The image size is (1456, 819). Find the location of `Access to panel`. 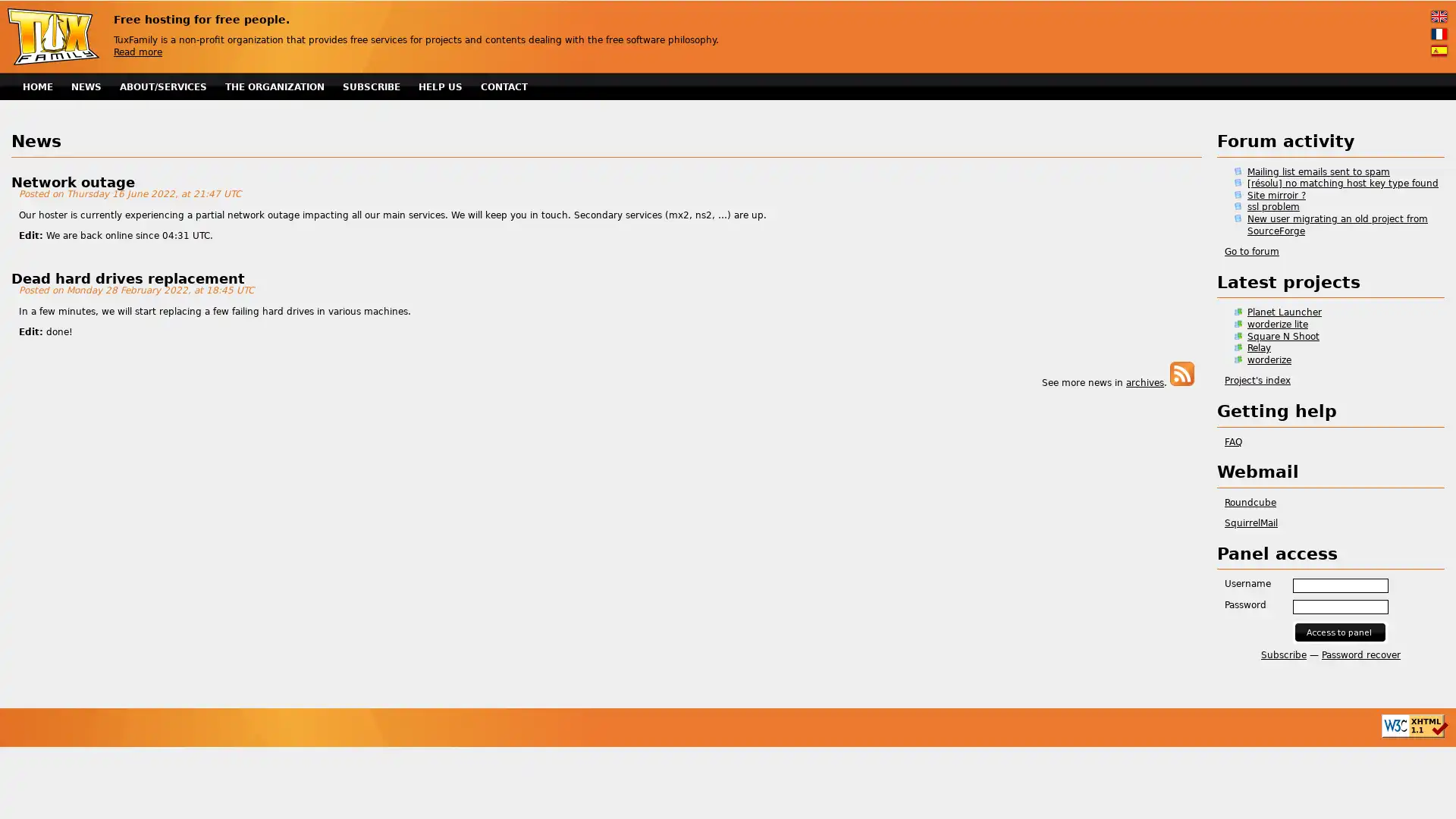

Access to panel is located at coordinates (1340, 632).